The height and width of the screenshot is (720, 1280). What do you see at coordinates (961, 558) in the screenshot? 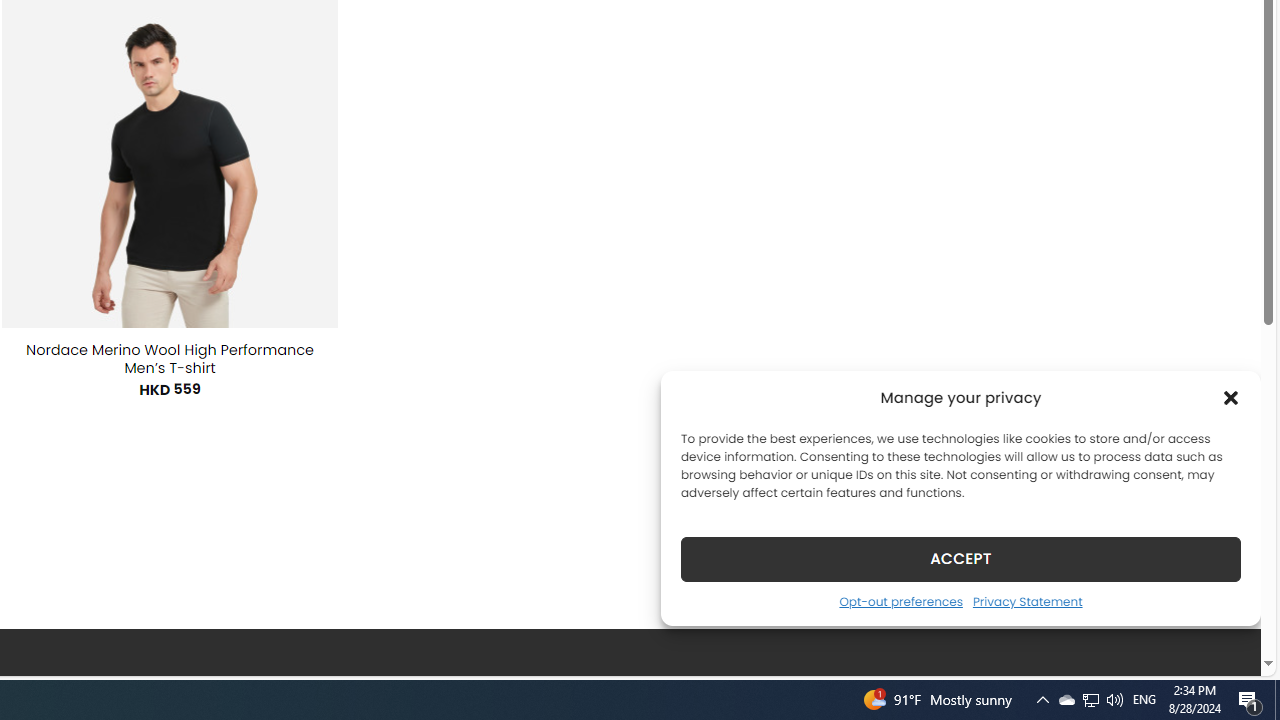
I see `'ACCEPT'` at bounding box center [961, 558].